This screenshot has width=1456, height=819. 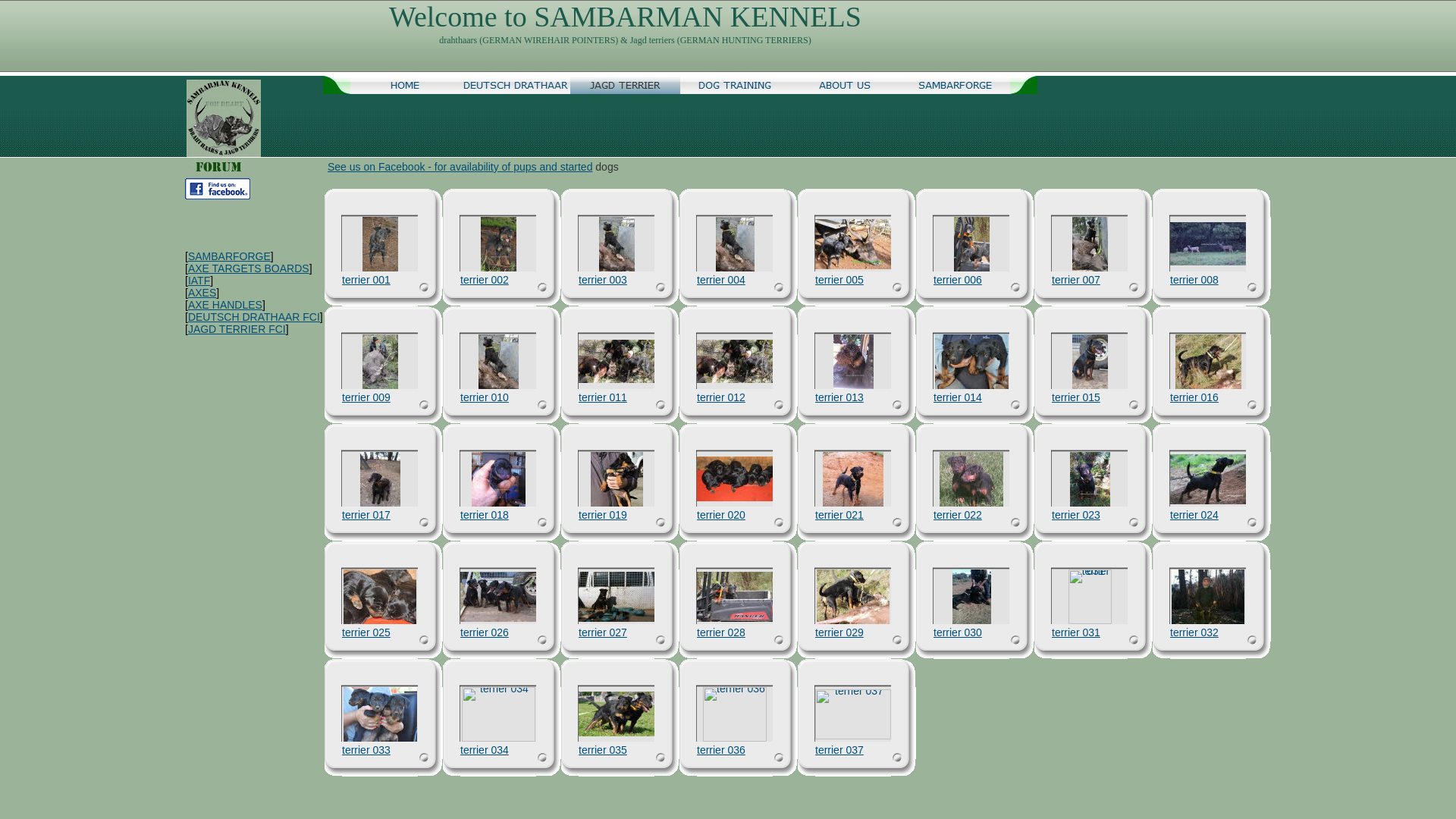 I want to click on 'terrier 024', so click(x=1193, y=513).